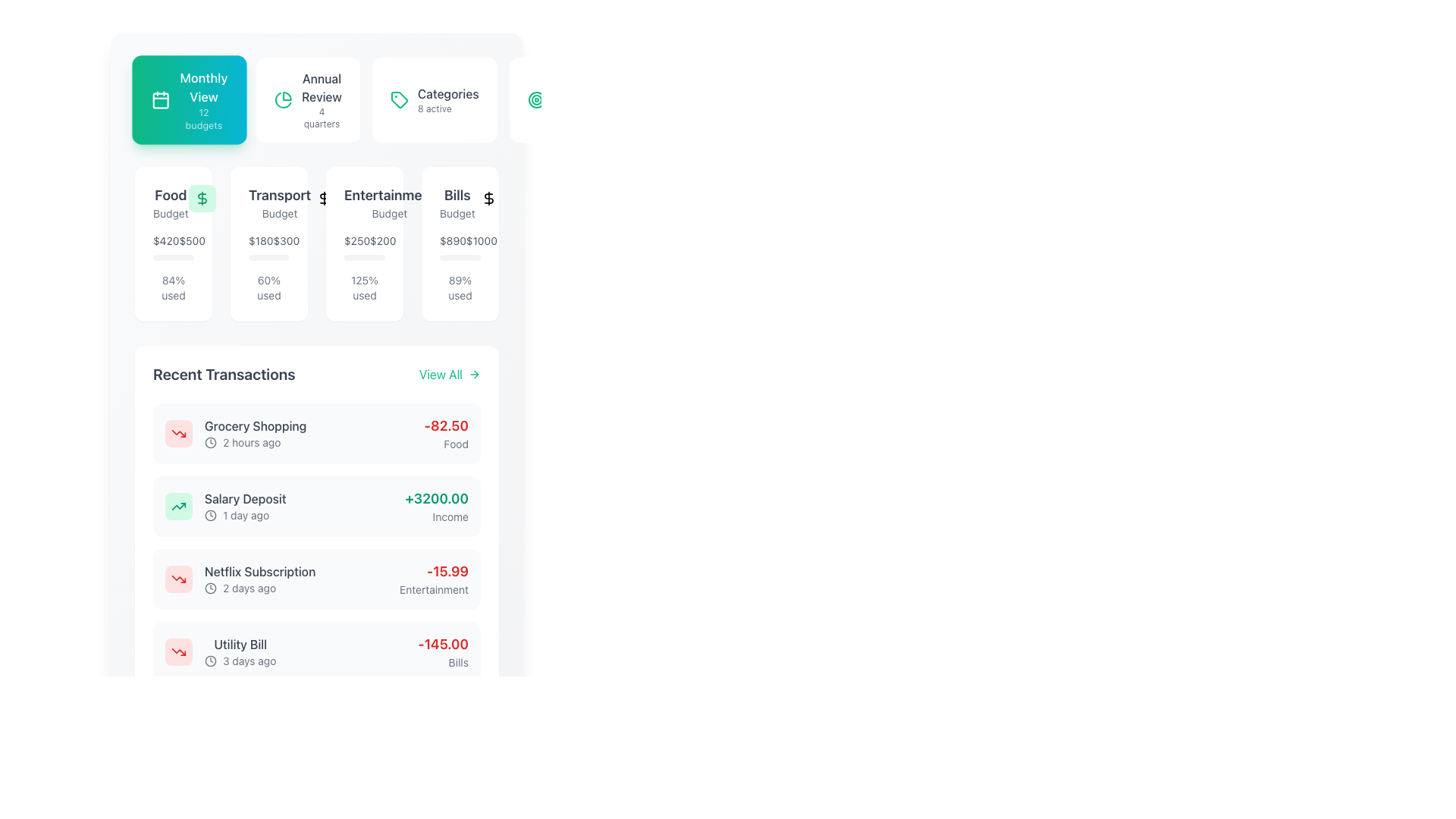  What do you see at coordinates (178, 651) in the screenshot?
I see `the red decrease icon indicating a downward trend in the first entry of the 'Recent Transactions' list, which represents a decrease or loss in the associated transaction details` at bounding box center [178, 651].